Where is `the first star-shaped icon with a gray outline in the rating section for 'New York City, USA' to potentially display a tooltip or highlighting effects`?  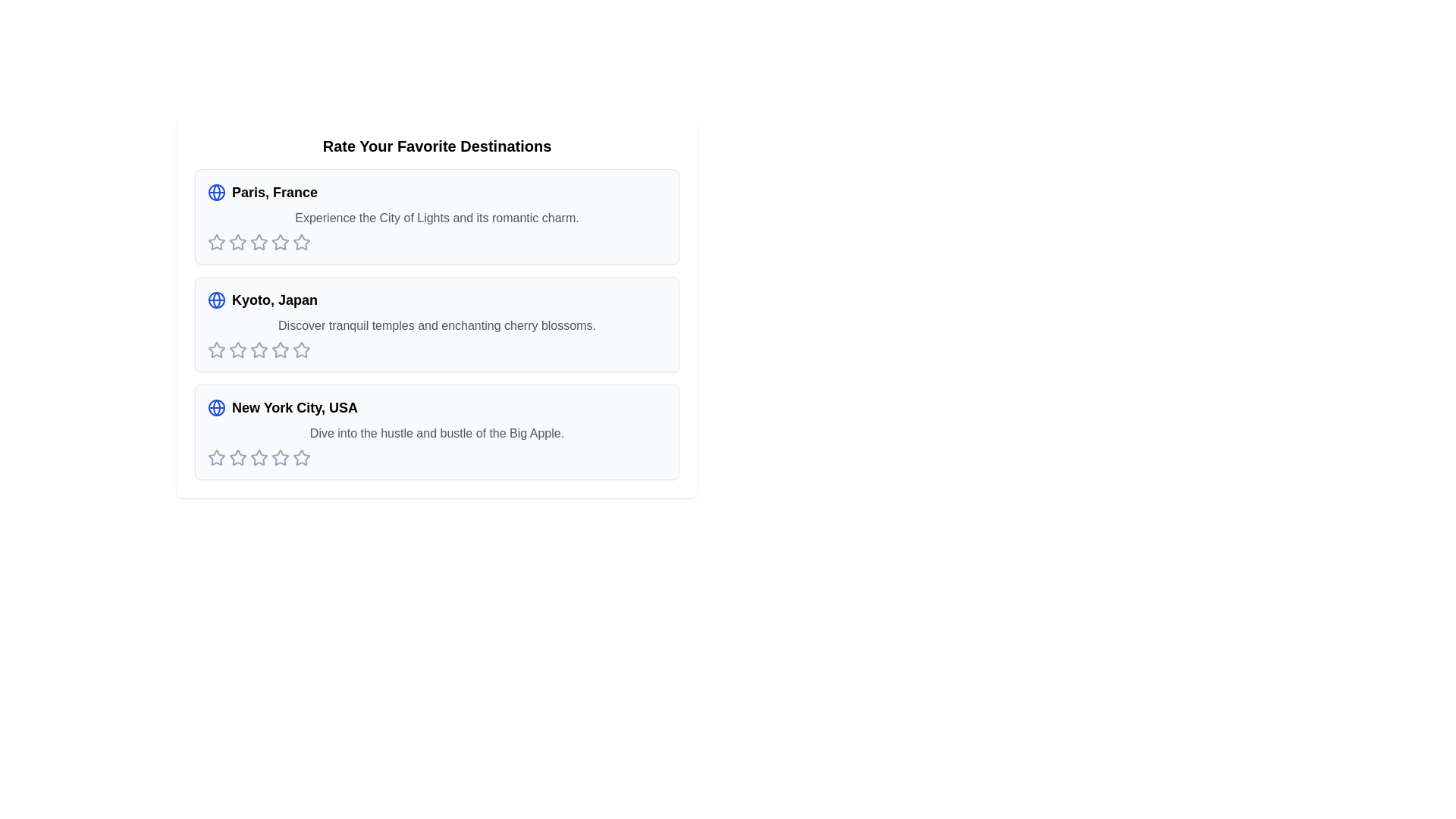
the first star-shaped icon with a gray outline in the rating section for 'New York City, USA' to potentially display a tooltip or highlighting effects is located at coordinates (216, 457).